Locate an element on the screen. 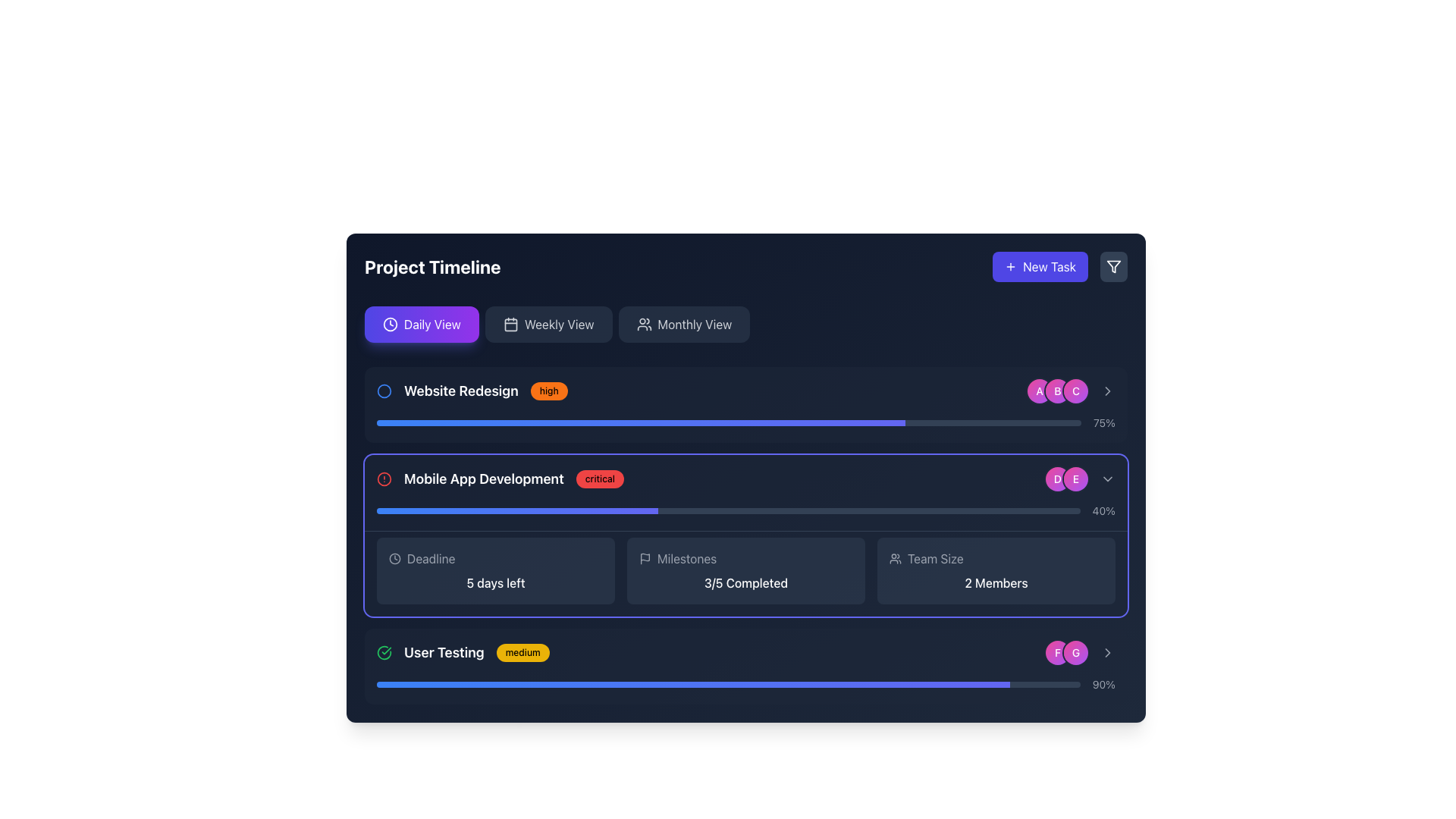 The width and height of the screenshot is (1456, 819). the completion status of the middle progress bar in the 'Mobile App Development' section, which visually represents a 40% completion rate is located at coordinates (745, 511).